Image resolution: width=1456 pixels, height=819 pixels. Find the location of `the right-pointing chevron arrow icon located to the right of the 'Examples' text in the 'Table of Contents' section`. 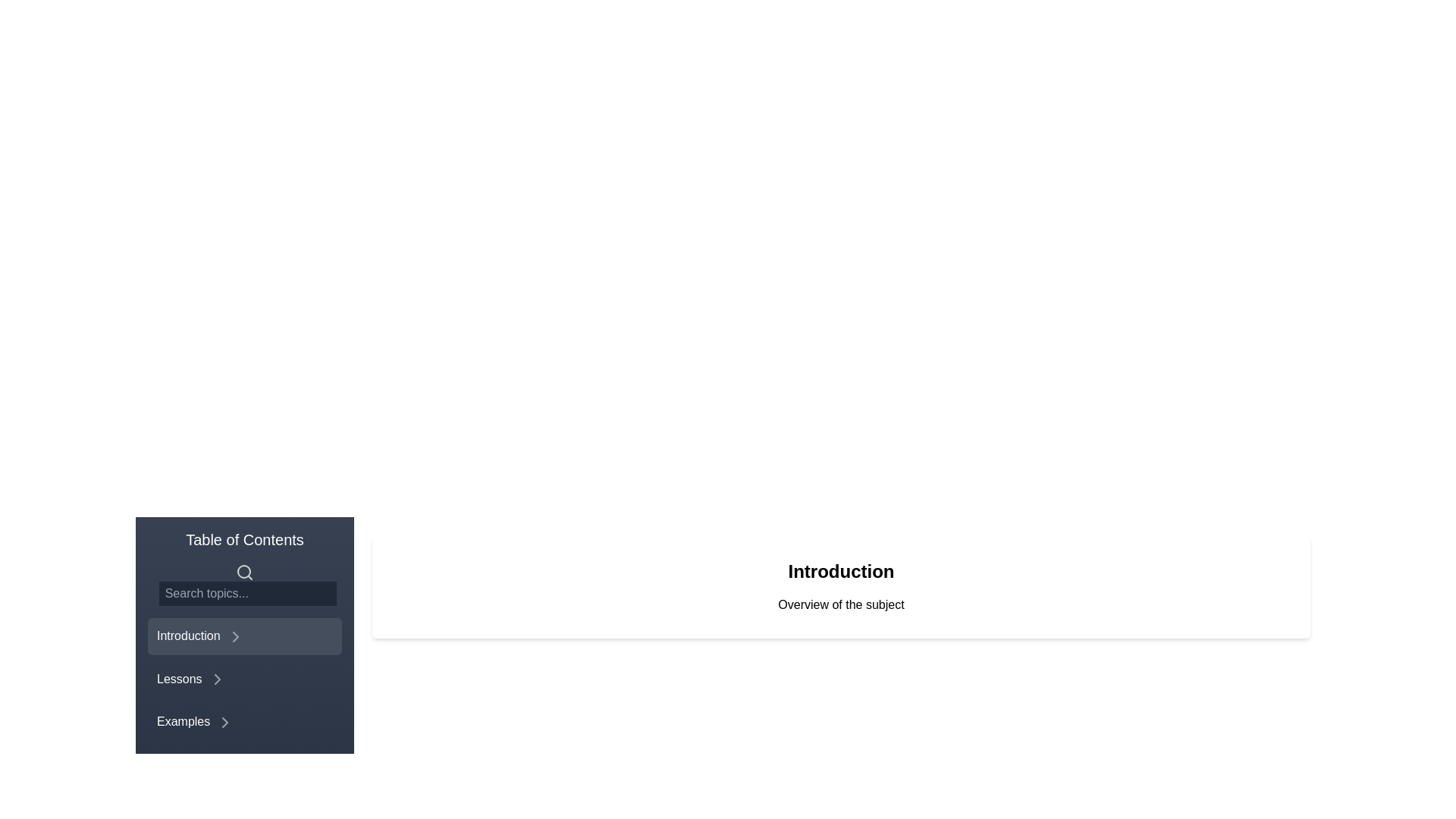

the right-pointing chevron arrow icon located to the right of the 'Examples' text in the 'Table of Contents' section is located at coordinates (224, 722).